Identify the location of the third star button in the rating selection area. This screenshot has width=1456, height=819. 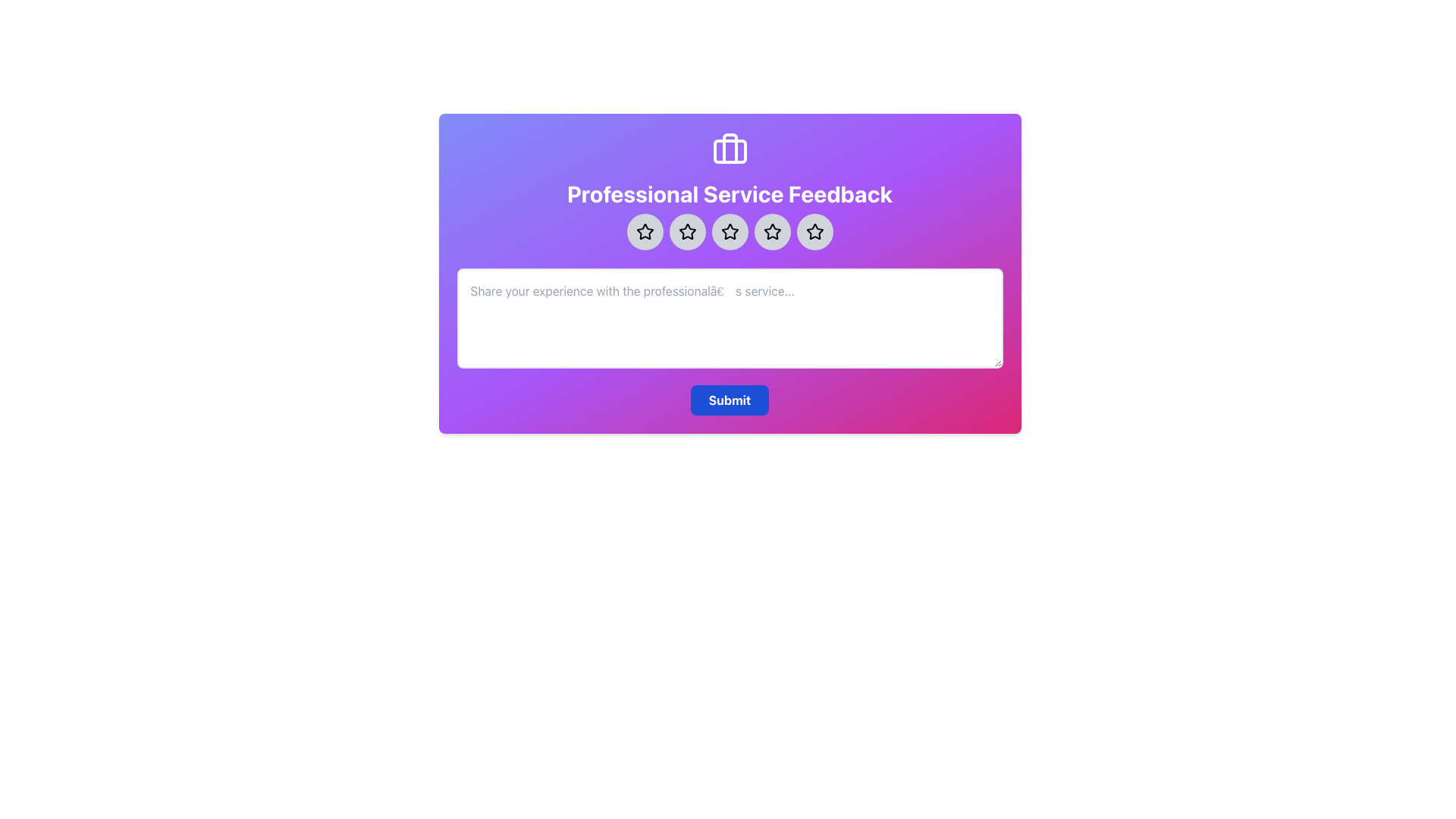
(730, 231).